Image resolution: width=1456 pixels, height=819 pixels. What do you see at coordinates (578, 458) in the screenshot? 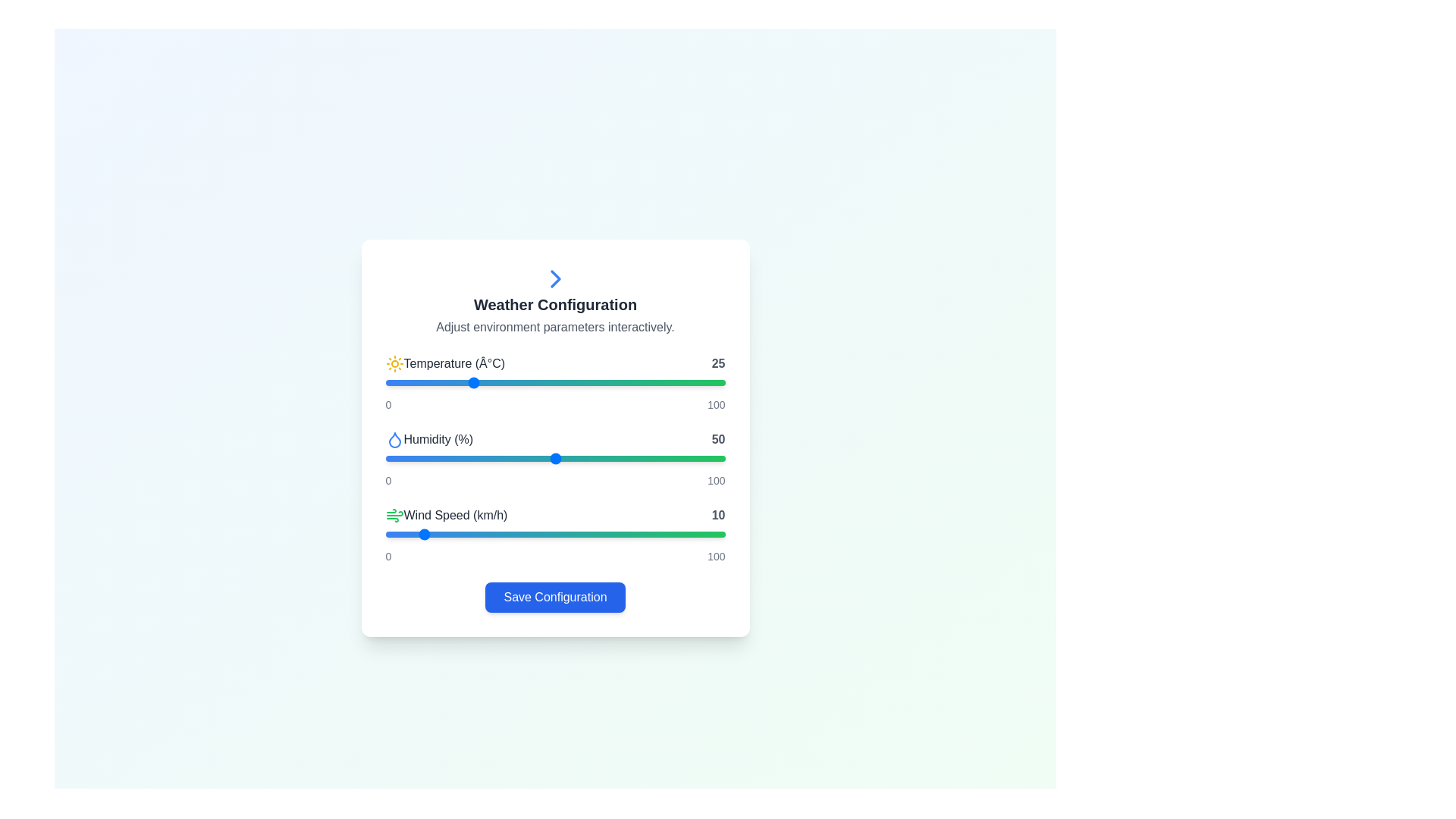
I see `the slider value` at bounding box center [578, 458].